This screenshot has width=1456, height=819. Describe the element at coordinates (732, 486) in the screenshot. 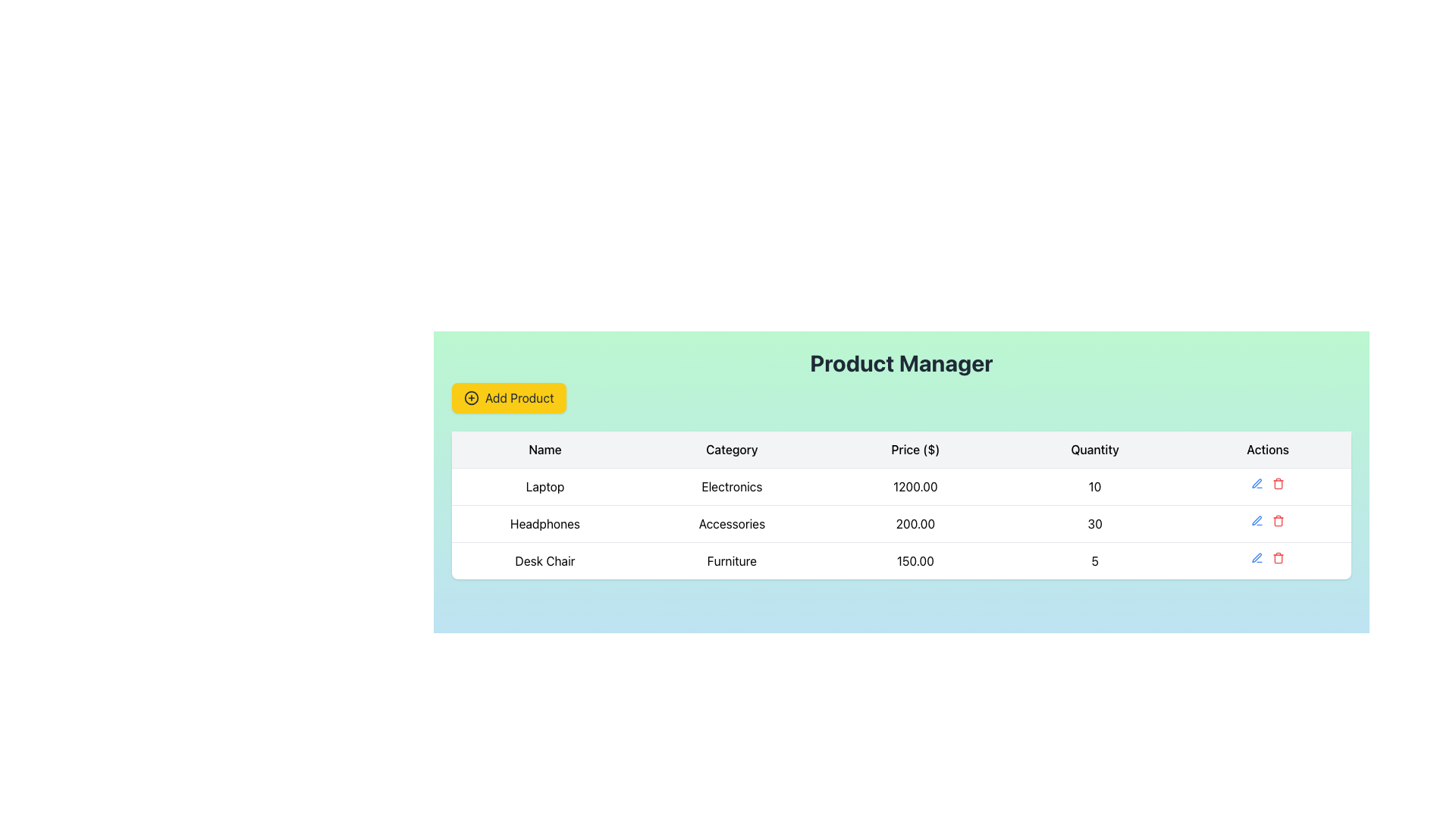

I see `the second cell in the row for the 'Laptop' item, which displays the category in the data table` at that location.